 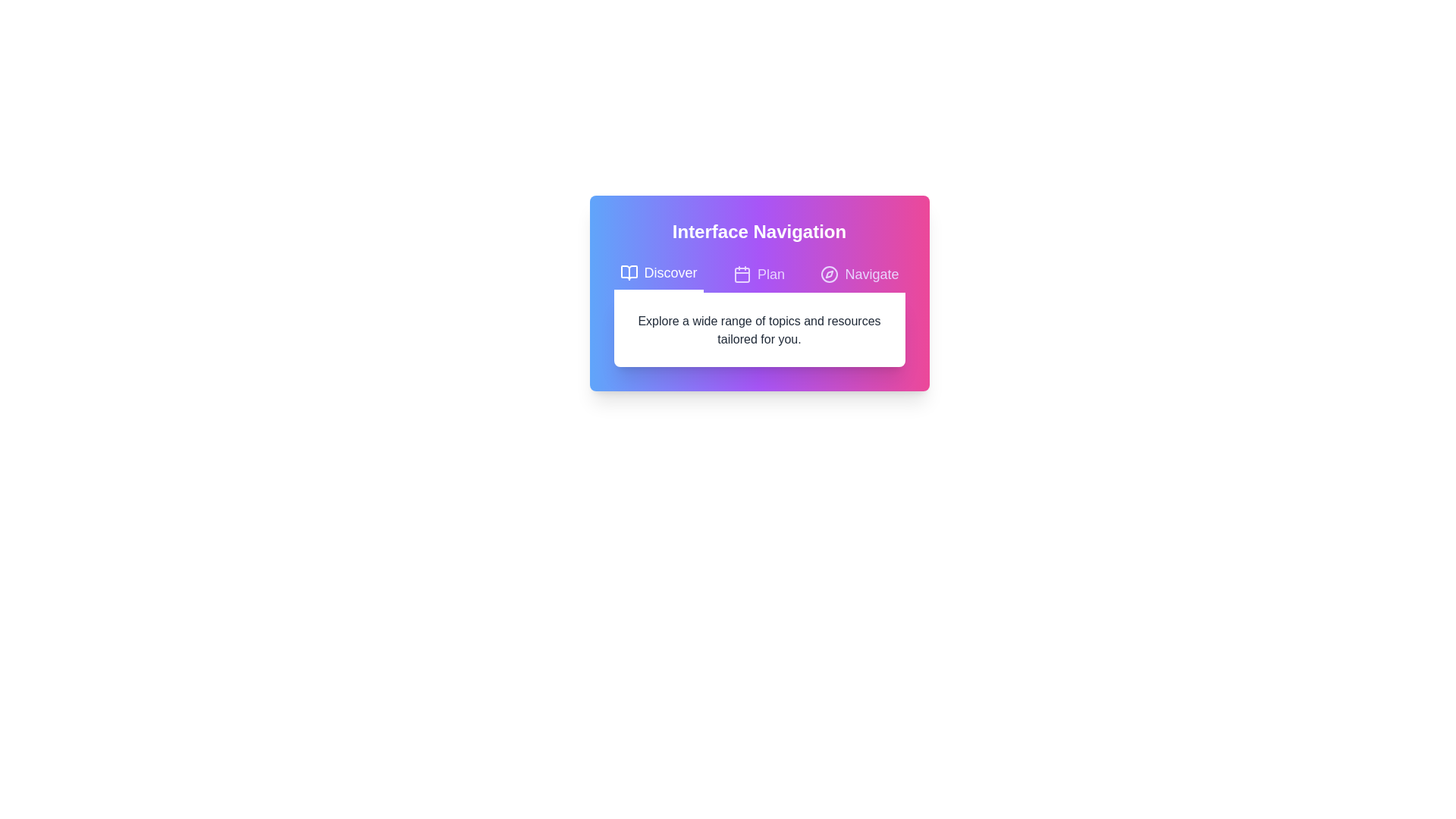 What do you see at coordinates (759, 329) in the screenshot?
I see `the text block that contains the message 'Explore a wide range of topics and resources tailored for you.'` at bounding box center [759, 329].